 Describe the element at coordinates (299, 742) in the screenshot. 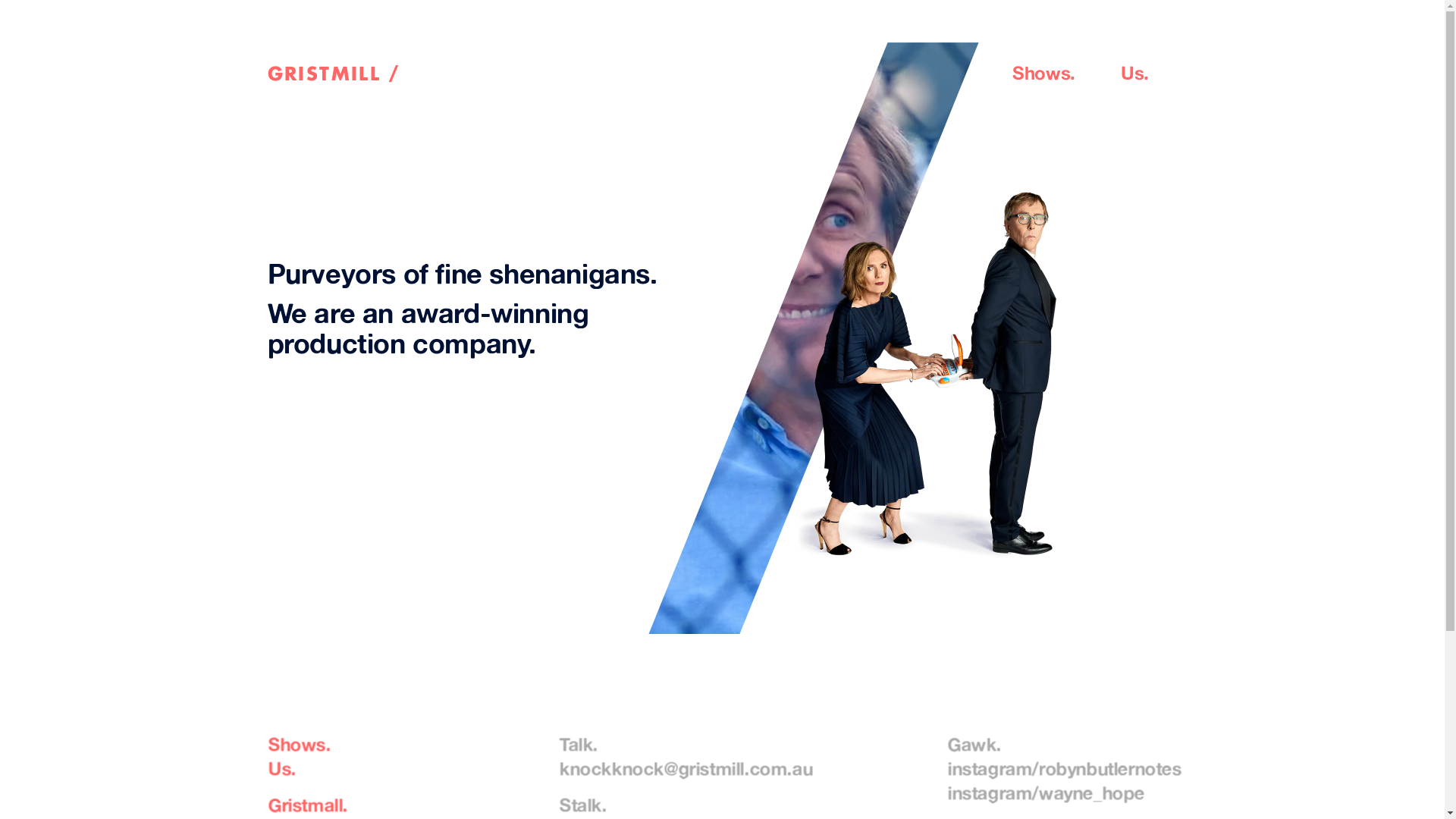

I see `'Shows.'` at that location.